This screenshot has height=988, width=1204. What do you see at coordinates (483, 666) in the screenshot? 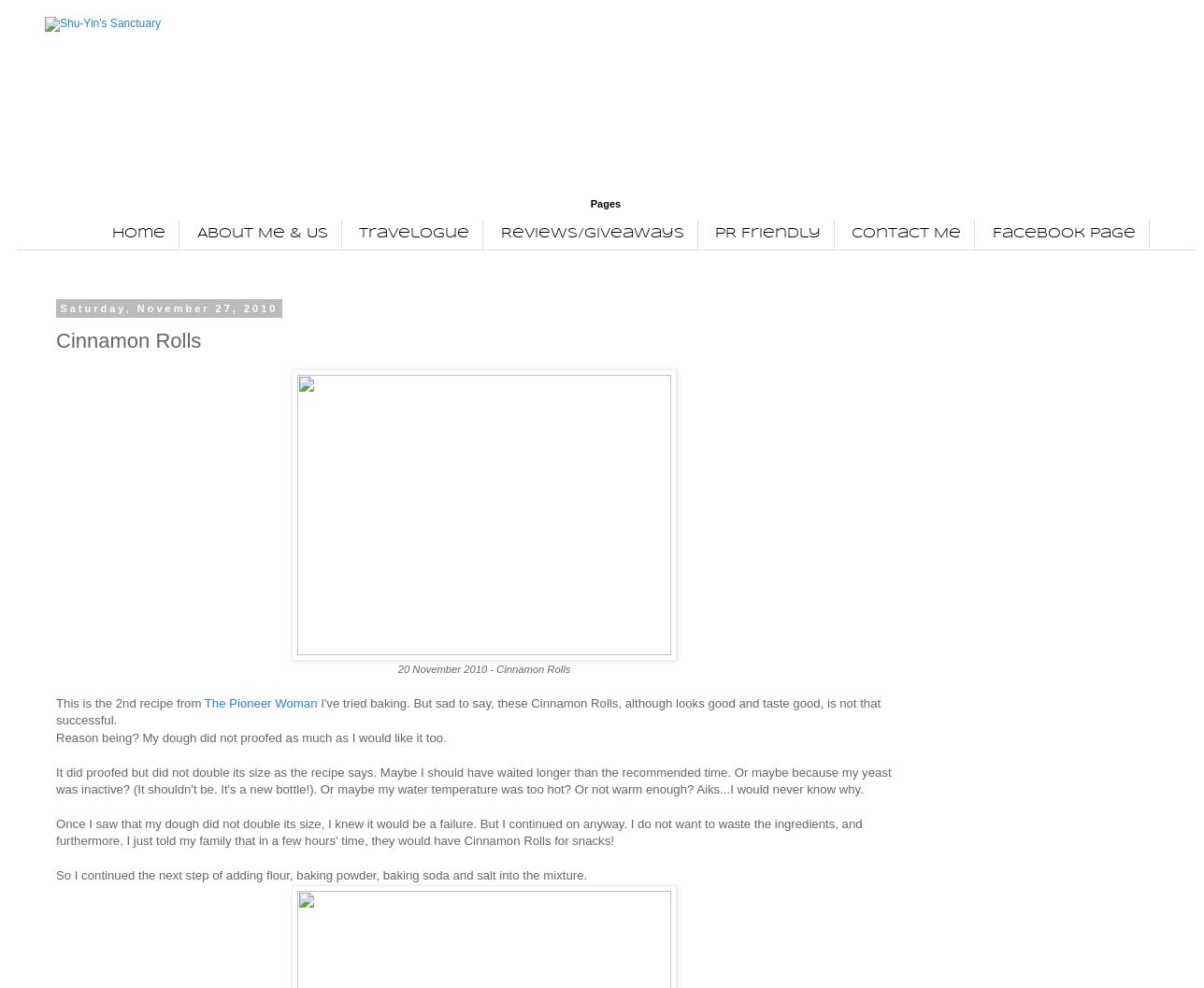
I see `'20 November 2010 - Cinnamon Rolls'` at bounding box center [483, 666].